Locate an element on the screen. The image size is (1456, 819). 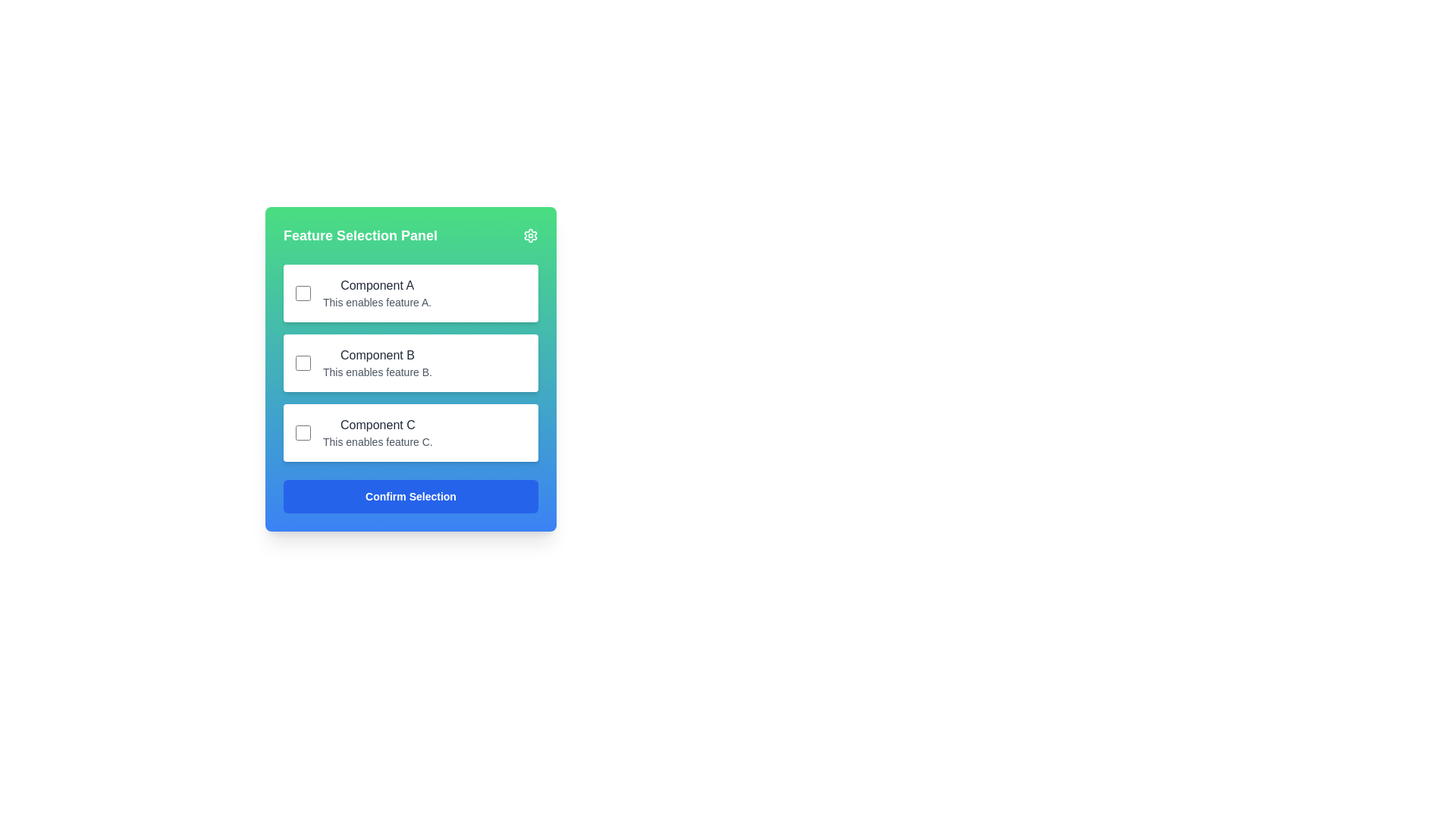
the settings icon (SVG) located at the upper-right corner of the 'Feature Selection Panel' is located at coordinates (531, 236).